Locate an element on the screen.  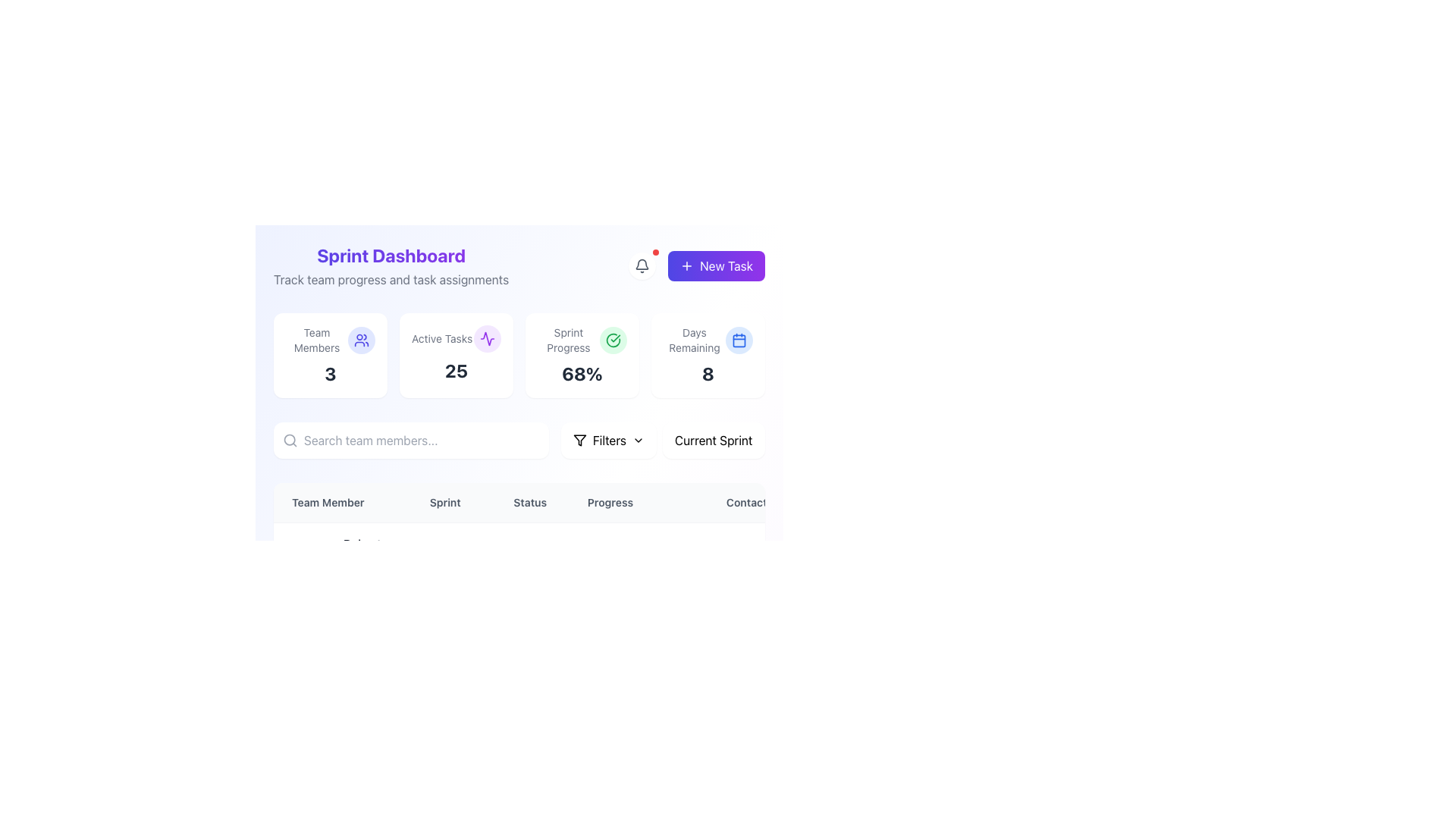
the search bar located just below the dashboard metrics section is located at coordinates (411, 441).